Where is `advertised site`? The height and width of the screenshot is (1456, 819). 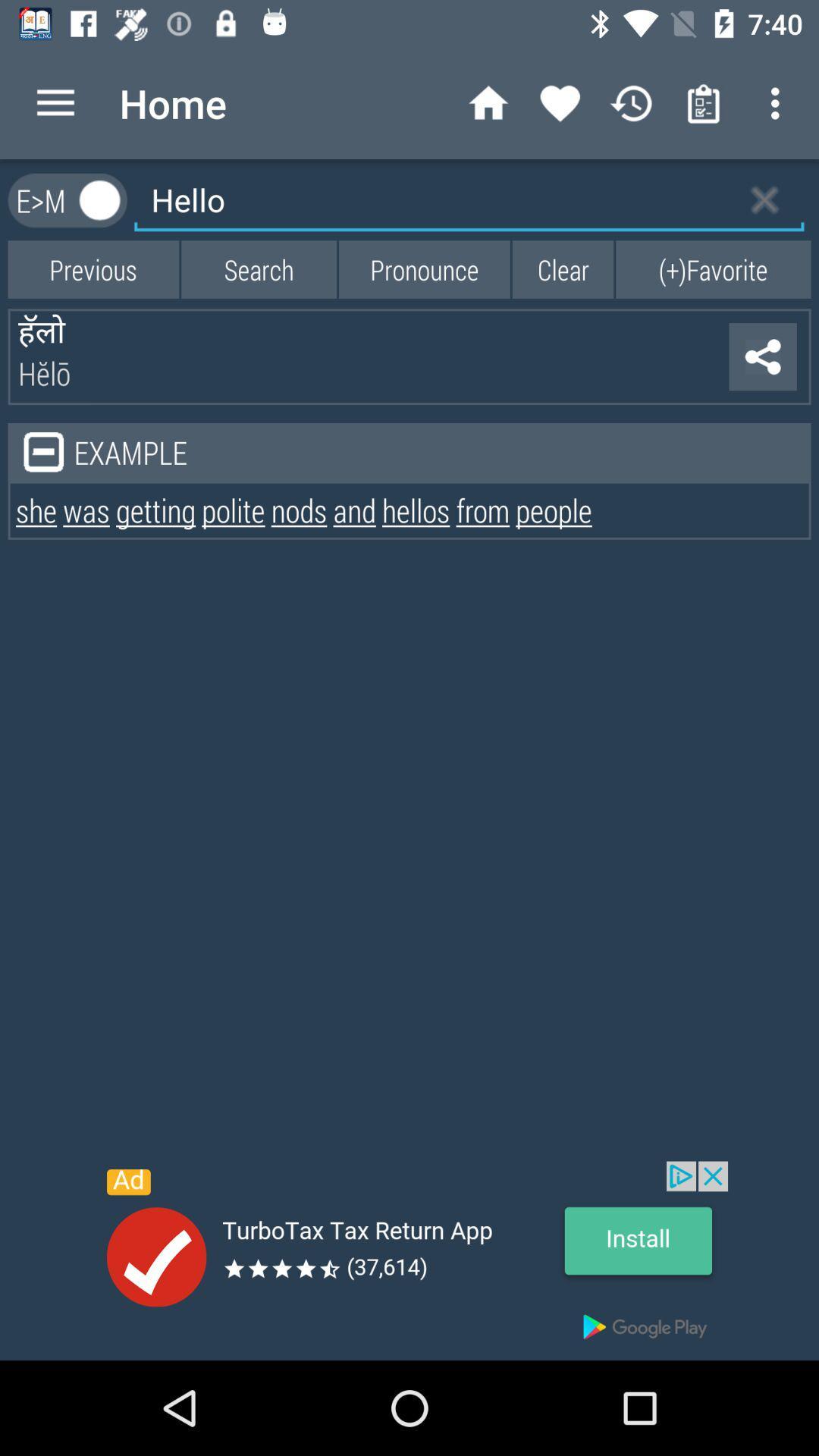 advertised site is located at coordinates (409, 1260).